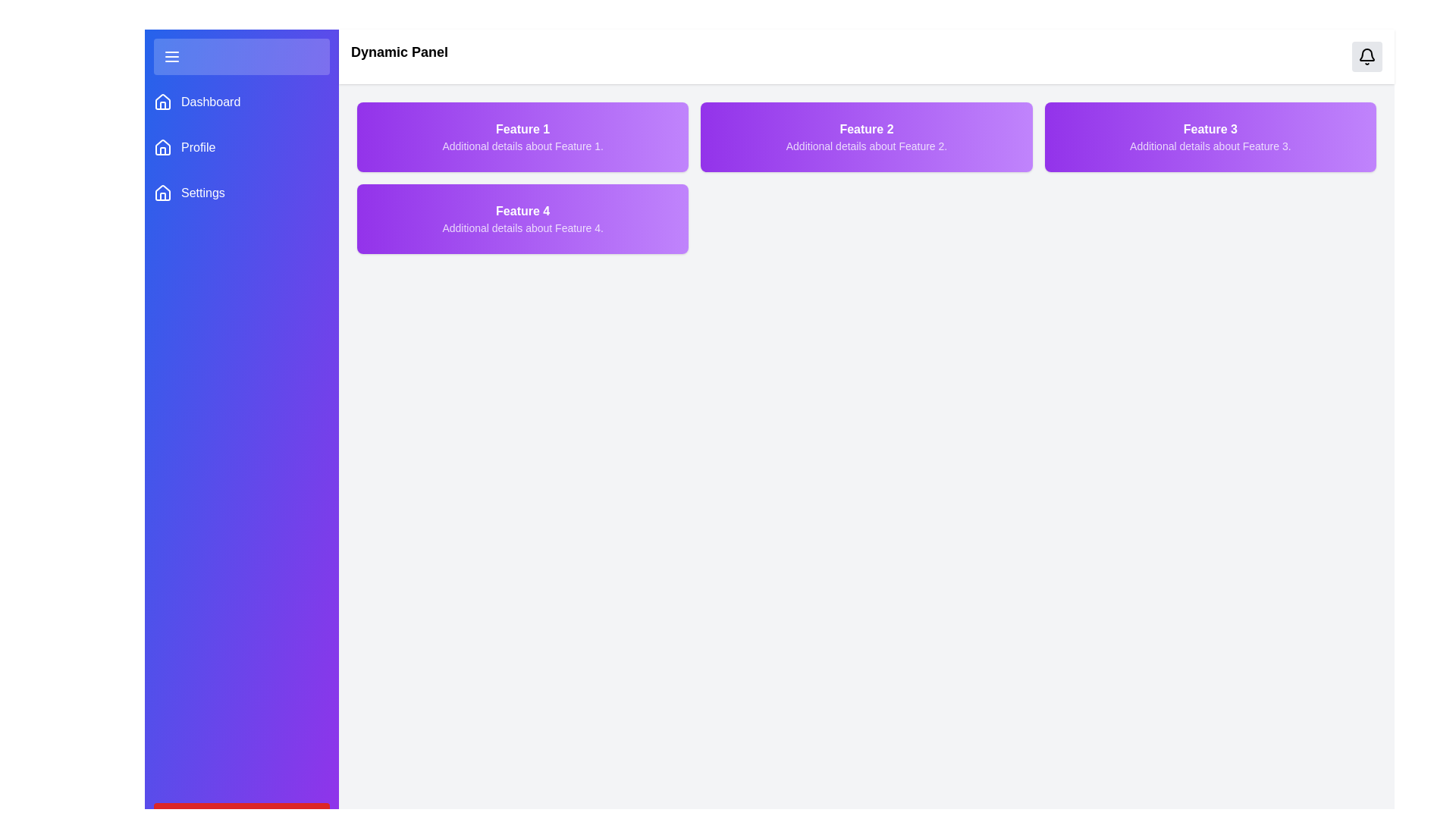  Describe the element at coordinates (163, 102) in the screenshot. I see `the house icon located in the navigation bar on the left-hand side, which is the top option among three vertical elements` at that location.